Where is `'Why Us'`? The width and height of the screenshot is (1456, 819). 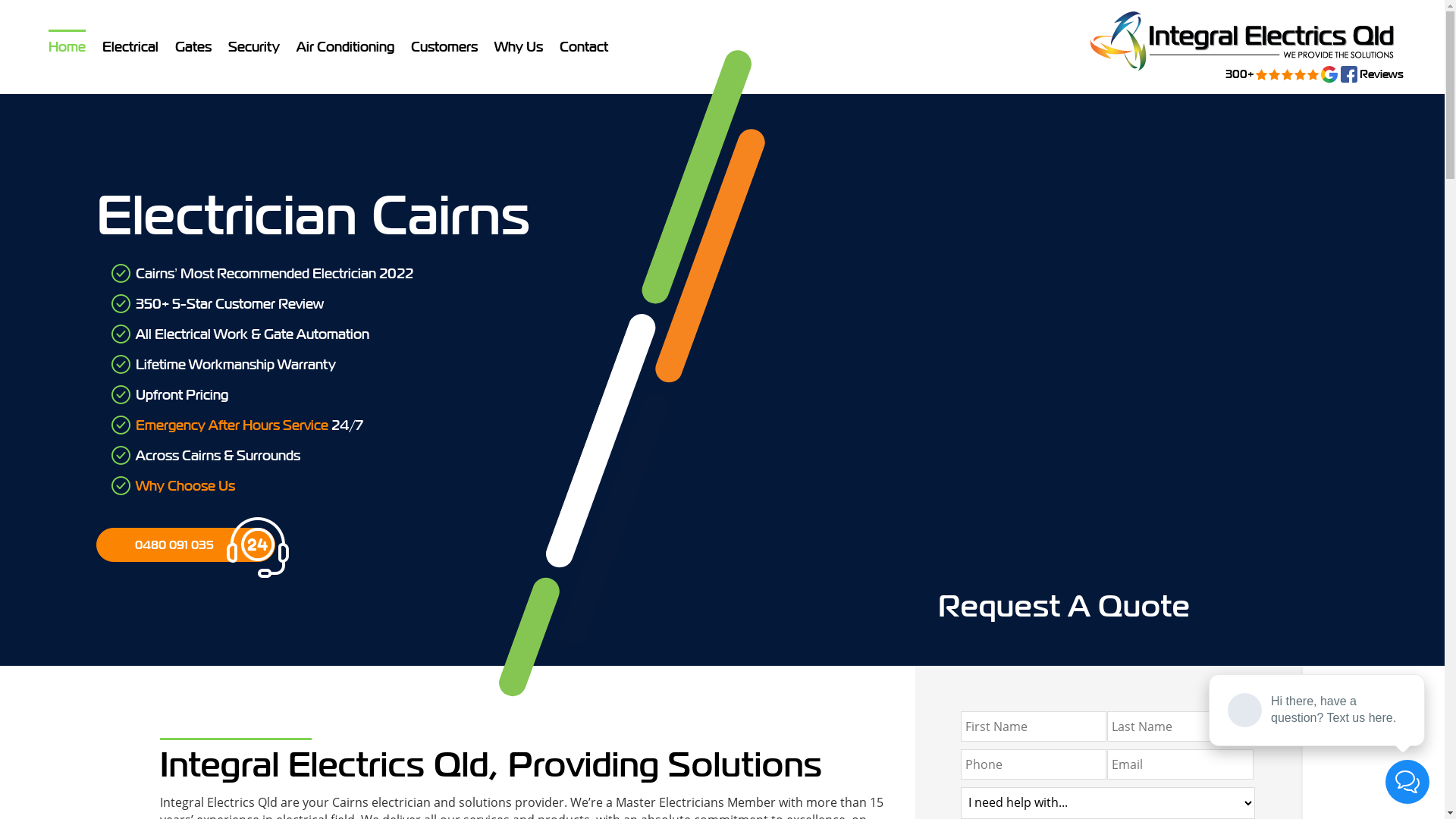
'Why Us' is located at coordinates (518, 45).